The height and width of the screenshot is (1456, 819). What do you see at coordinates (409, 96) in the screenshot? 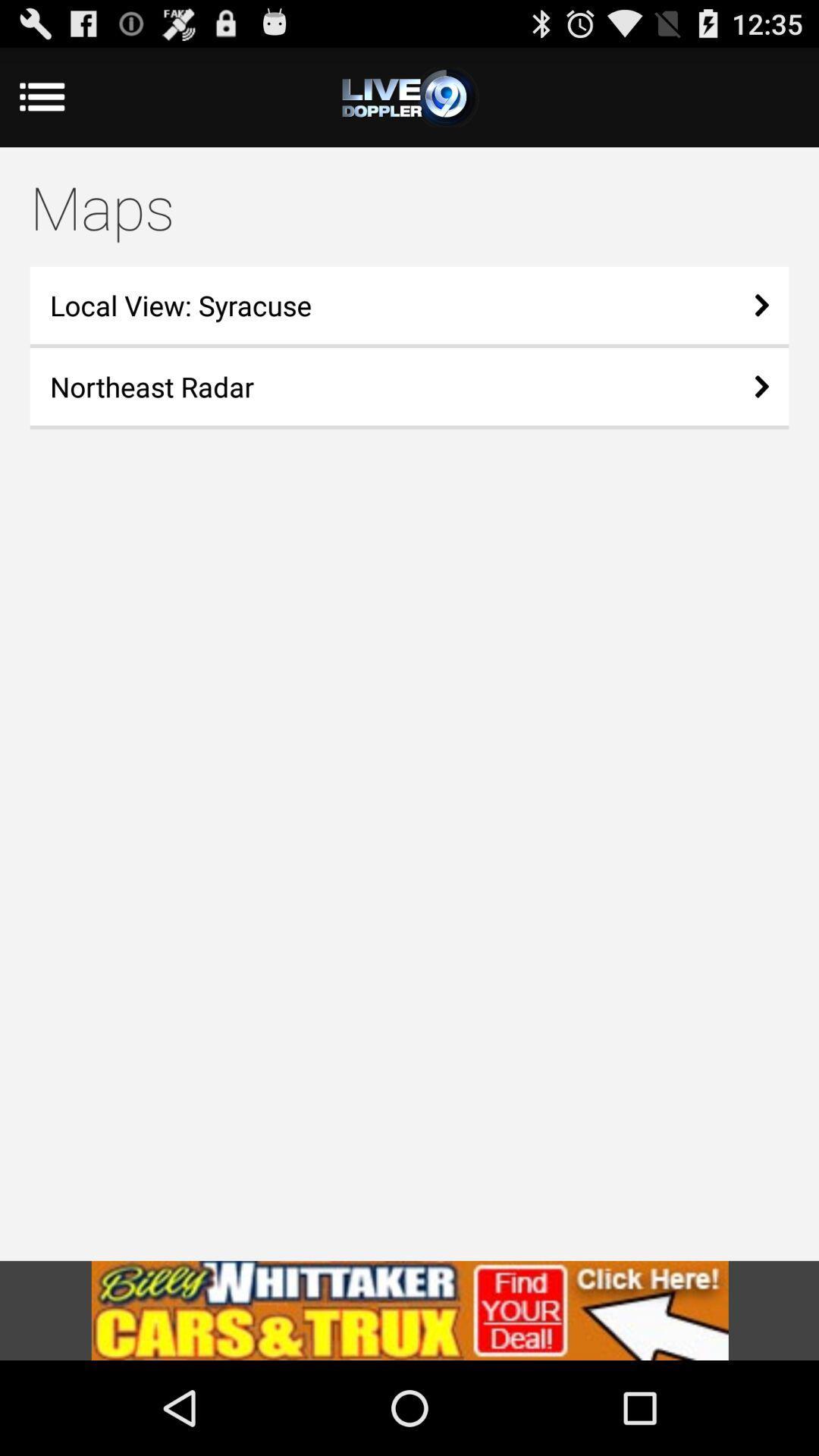
I see `the item above the maps icon` at bounding box center [409, 96].